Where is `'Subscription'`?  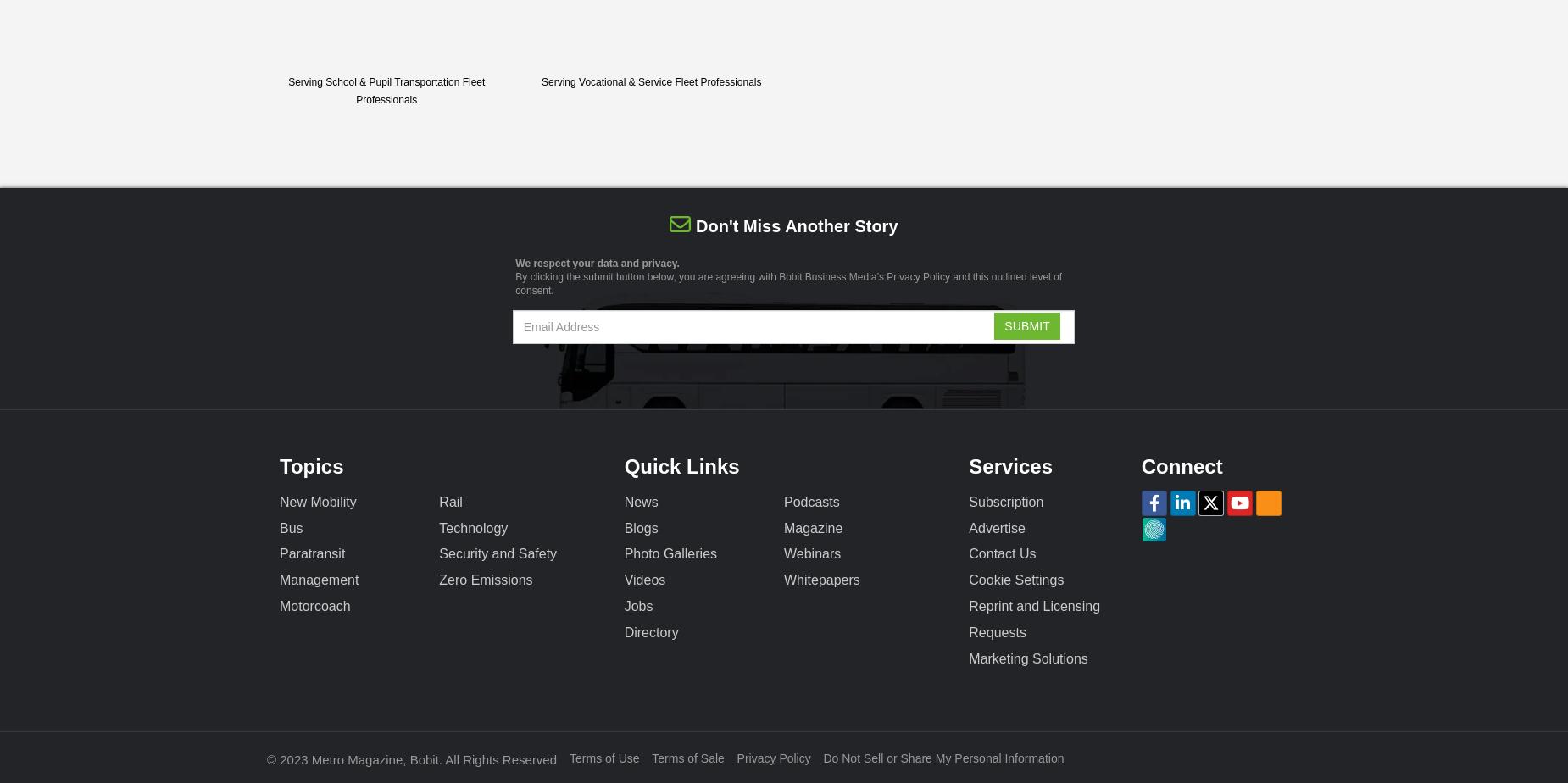
'Subscription' is located at coordinates (1004, 501).